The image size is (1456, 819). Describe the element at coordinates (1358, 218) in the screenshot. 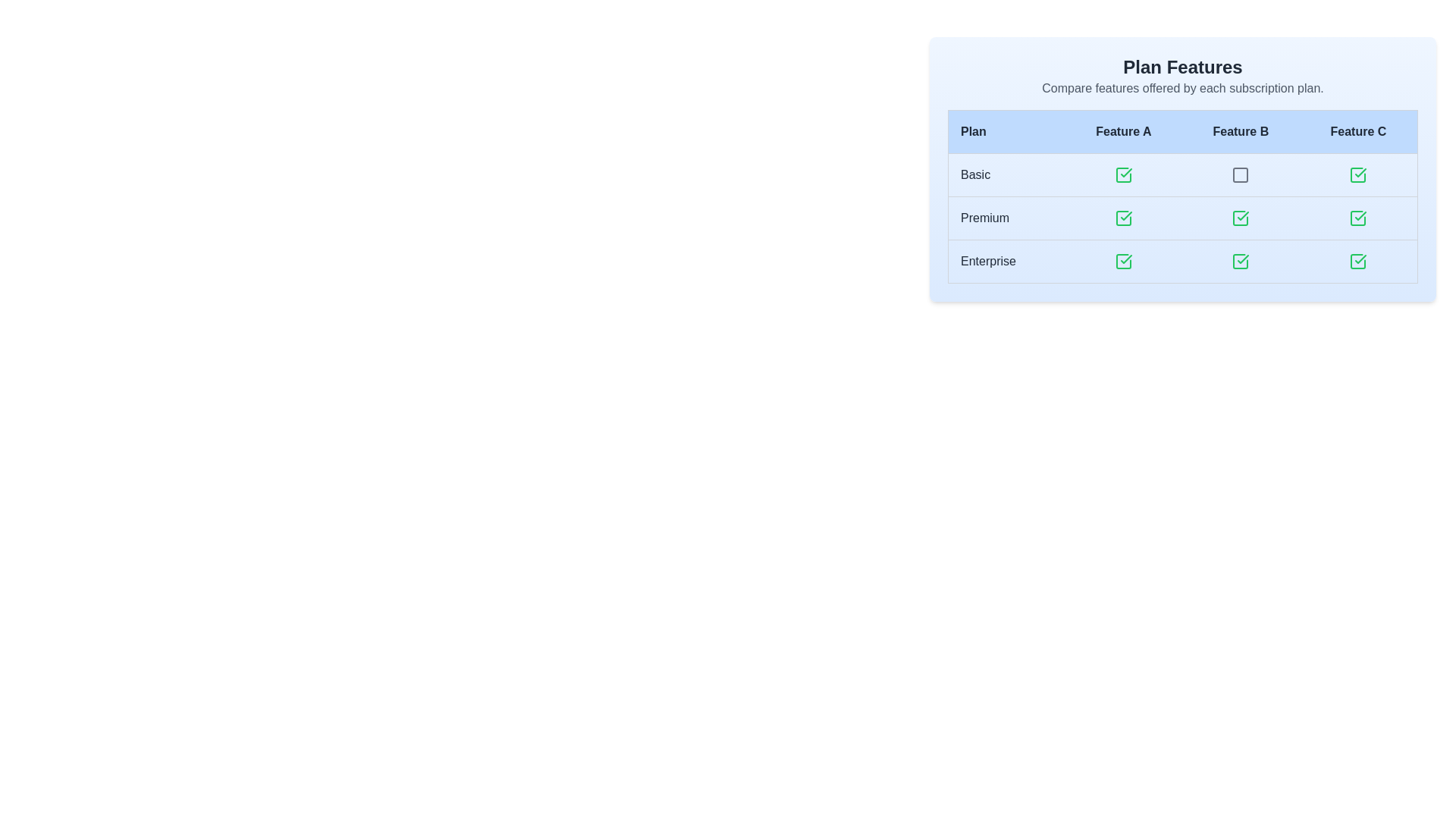

I see `the 'Premium' plan icon that indicates the inclusion of 'Feature C.' It is located within the row for 'Premium' plan and under the column labeled 'Feature C.'` at that location.